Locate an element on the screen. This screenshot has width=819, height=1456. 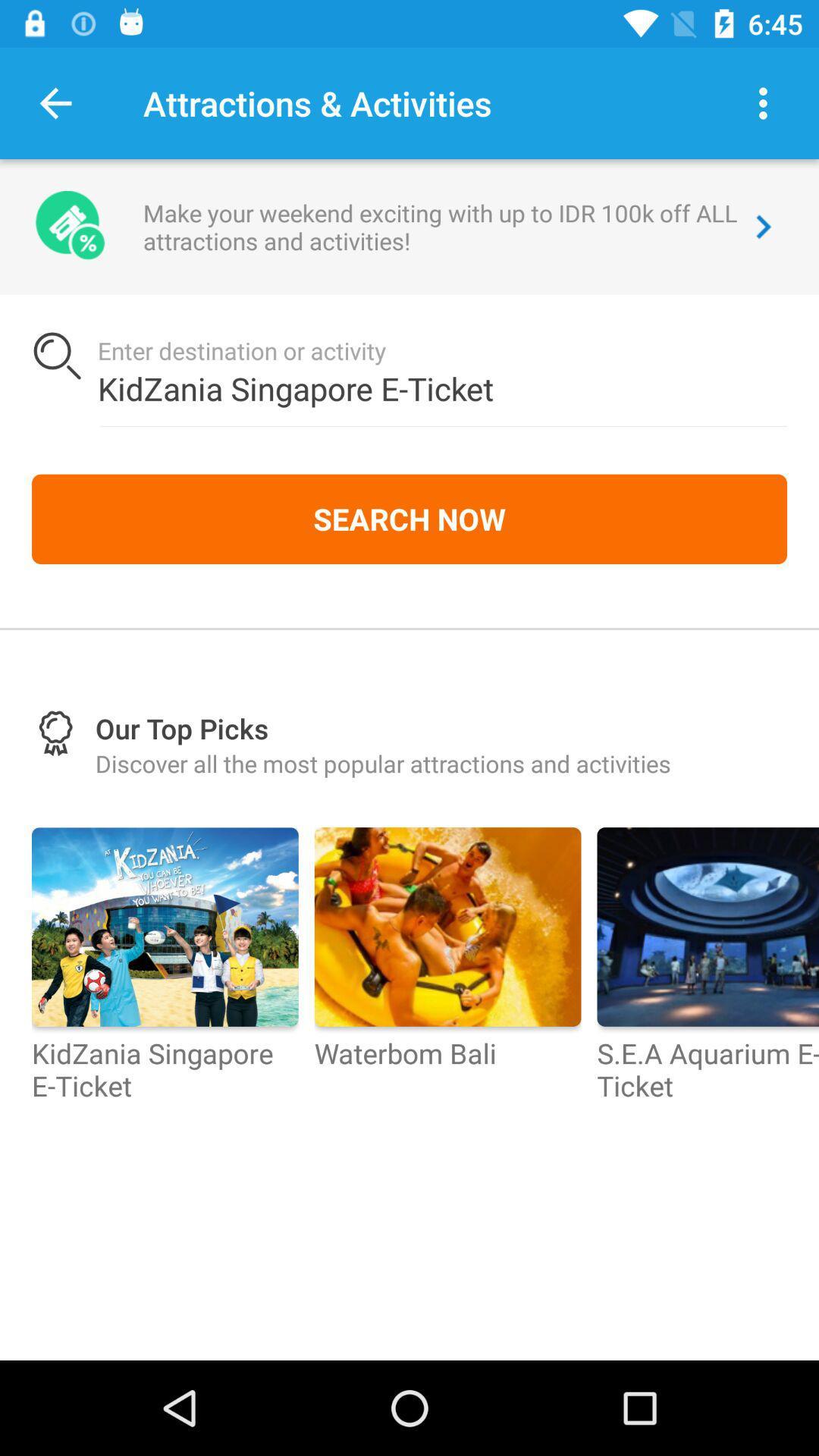
the item to the left of attractions & activities is located at coordinates (55, 102).